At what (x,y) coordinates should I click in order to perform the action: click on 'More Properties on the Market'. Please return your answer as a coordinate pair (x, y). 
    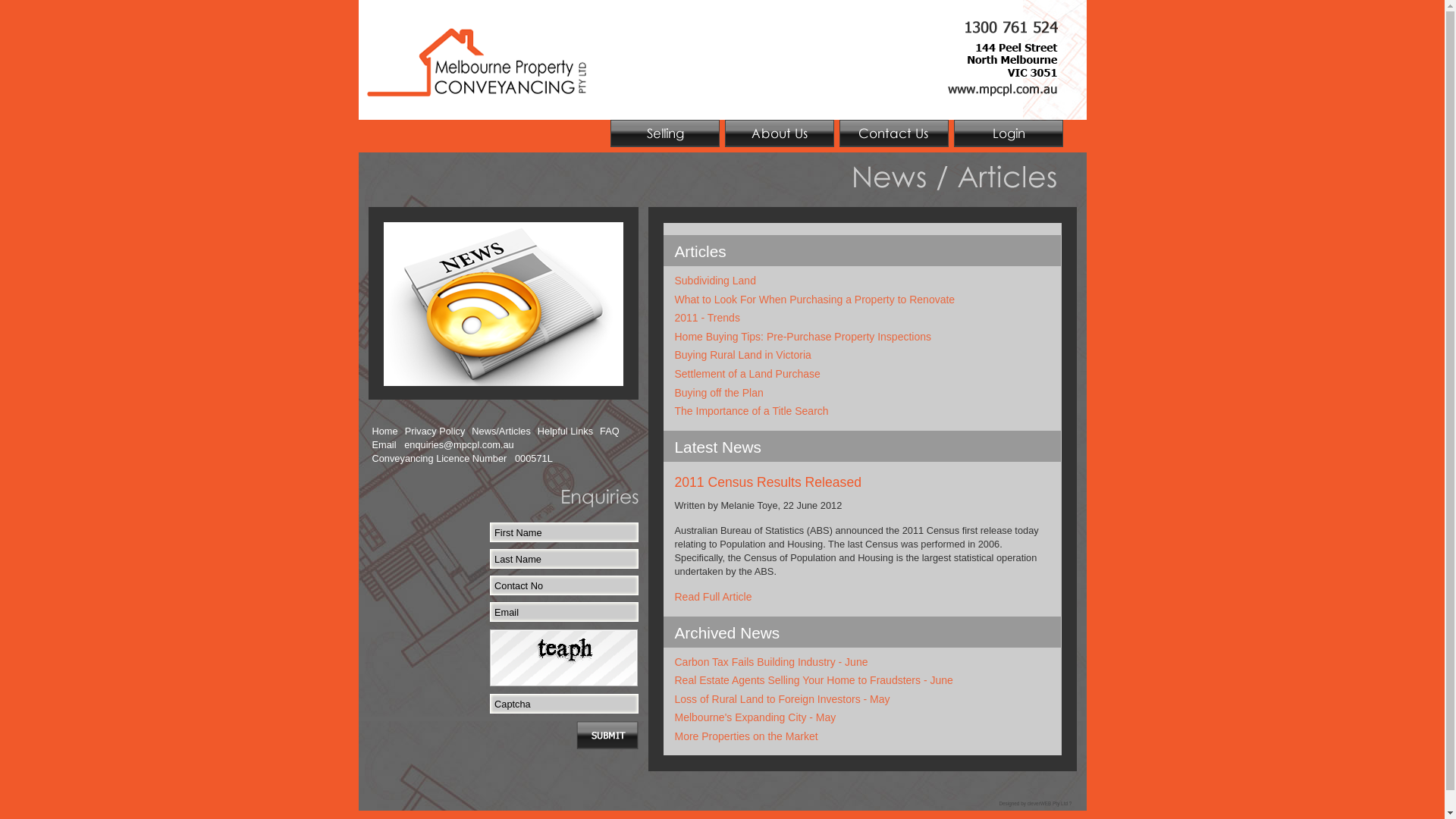
    Looking at the image, I should click on (746, 736).